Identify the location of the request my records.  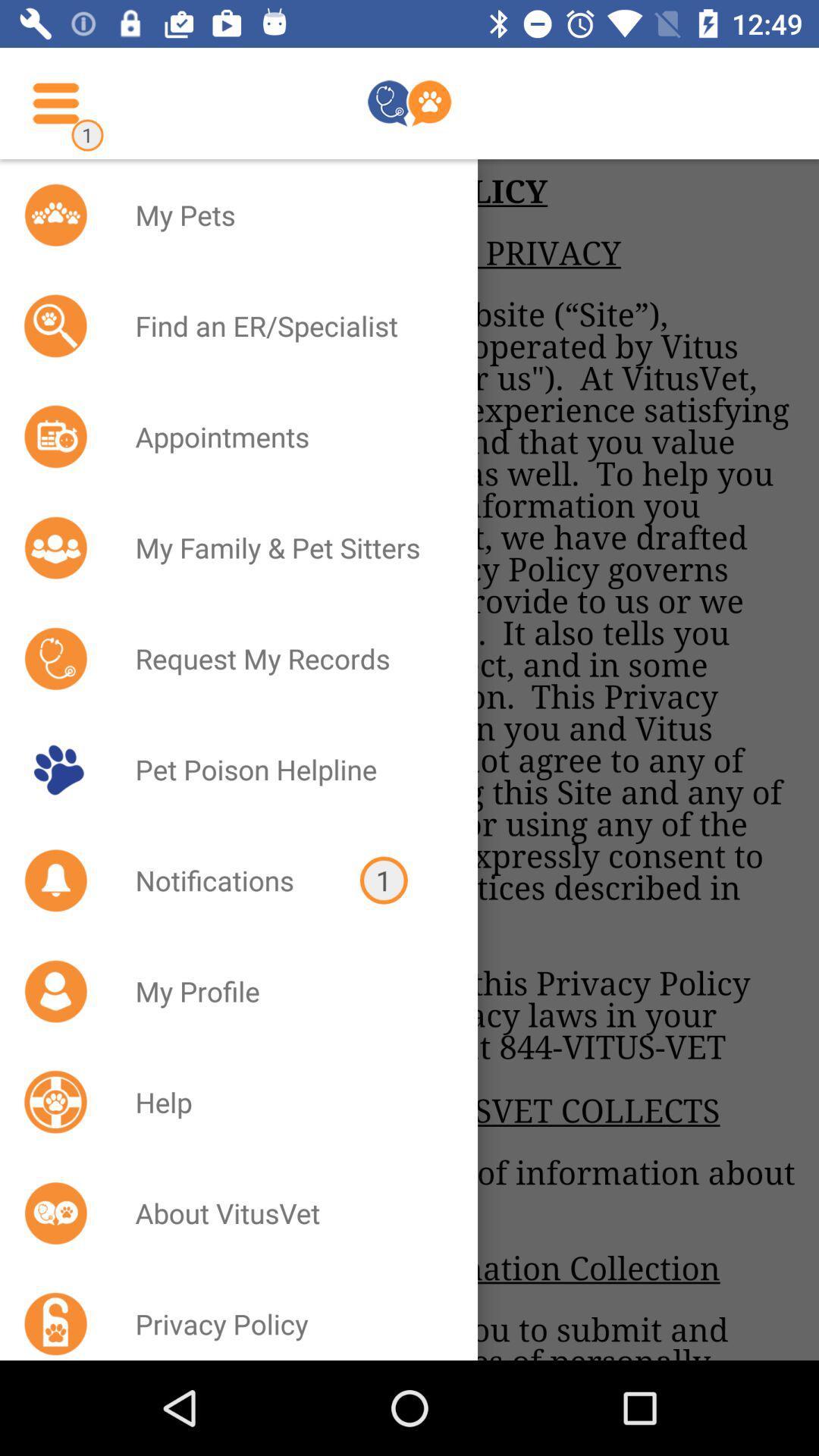
(287, 658).